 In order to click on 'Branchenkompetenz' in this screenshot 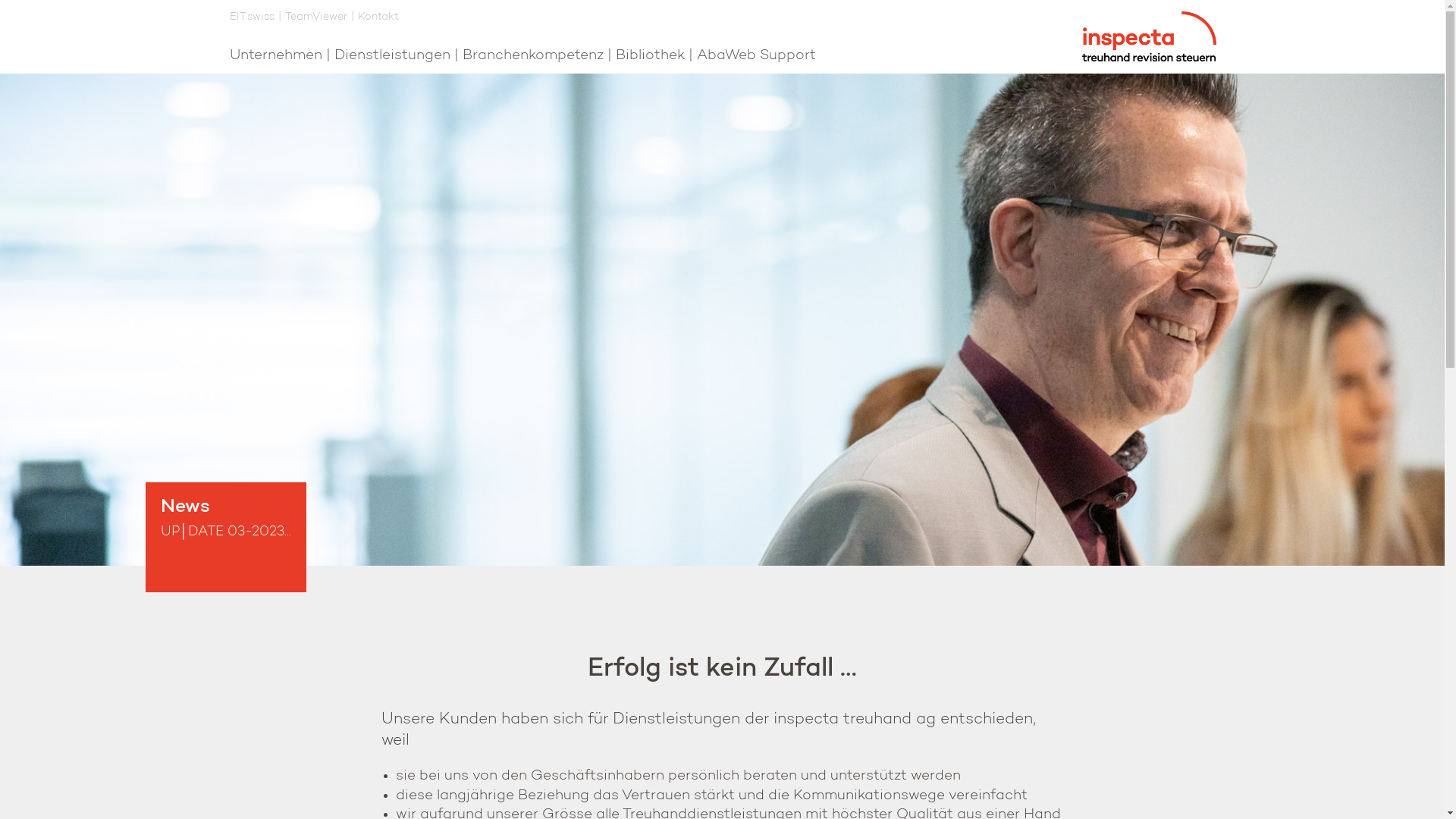, I will do `click(532, 55)`.